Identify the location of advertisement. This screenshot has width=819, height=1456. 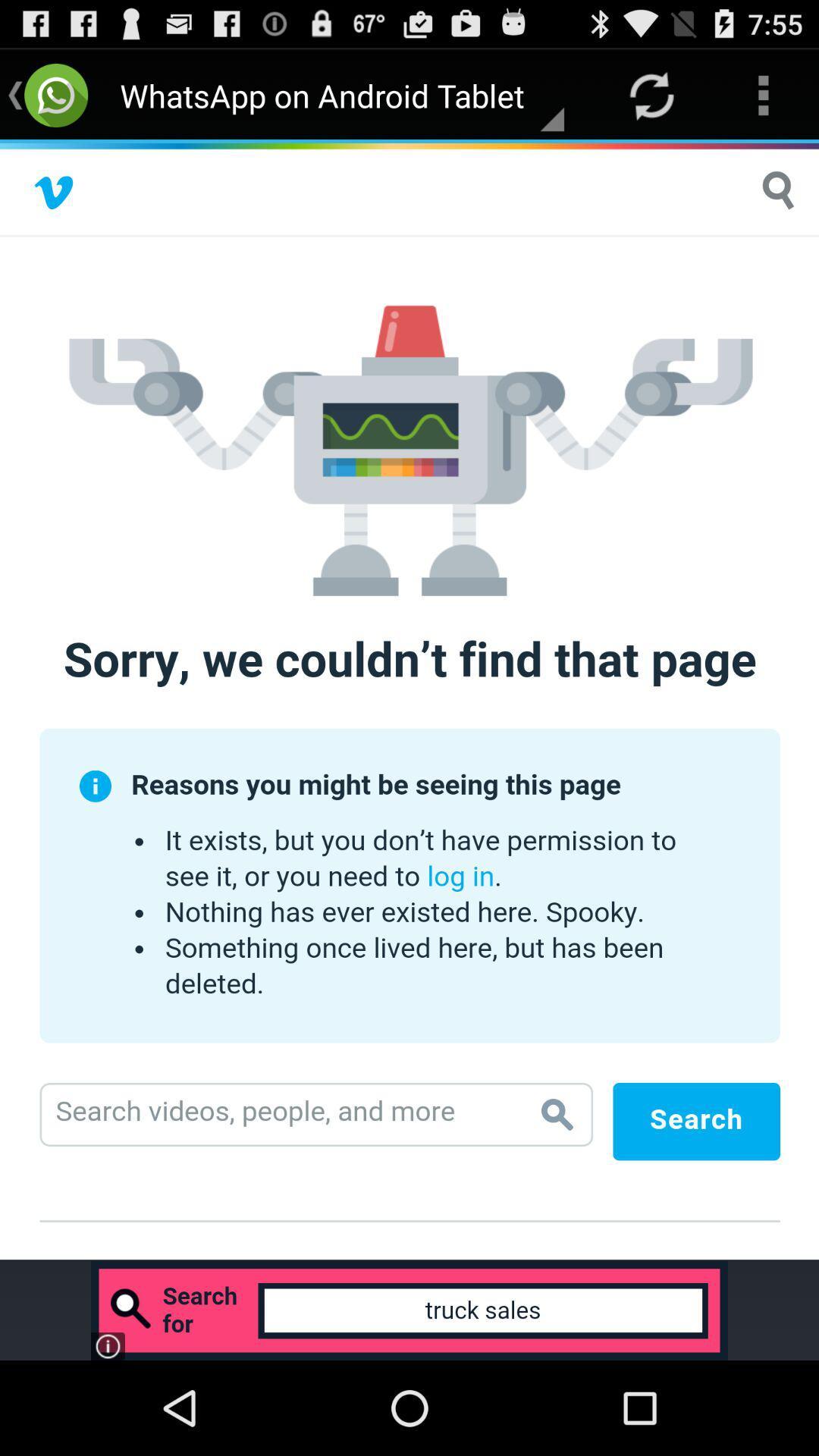
(409, 701).